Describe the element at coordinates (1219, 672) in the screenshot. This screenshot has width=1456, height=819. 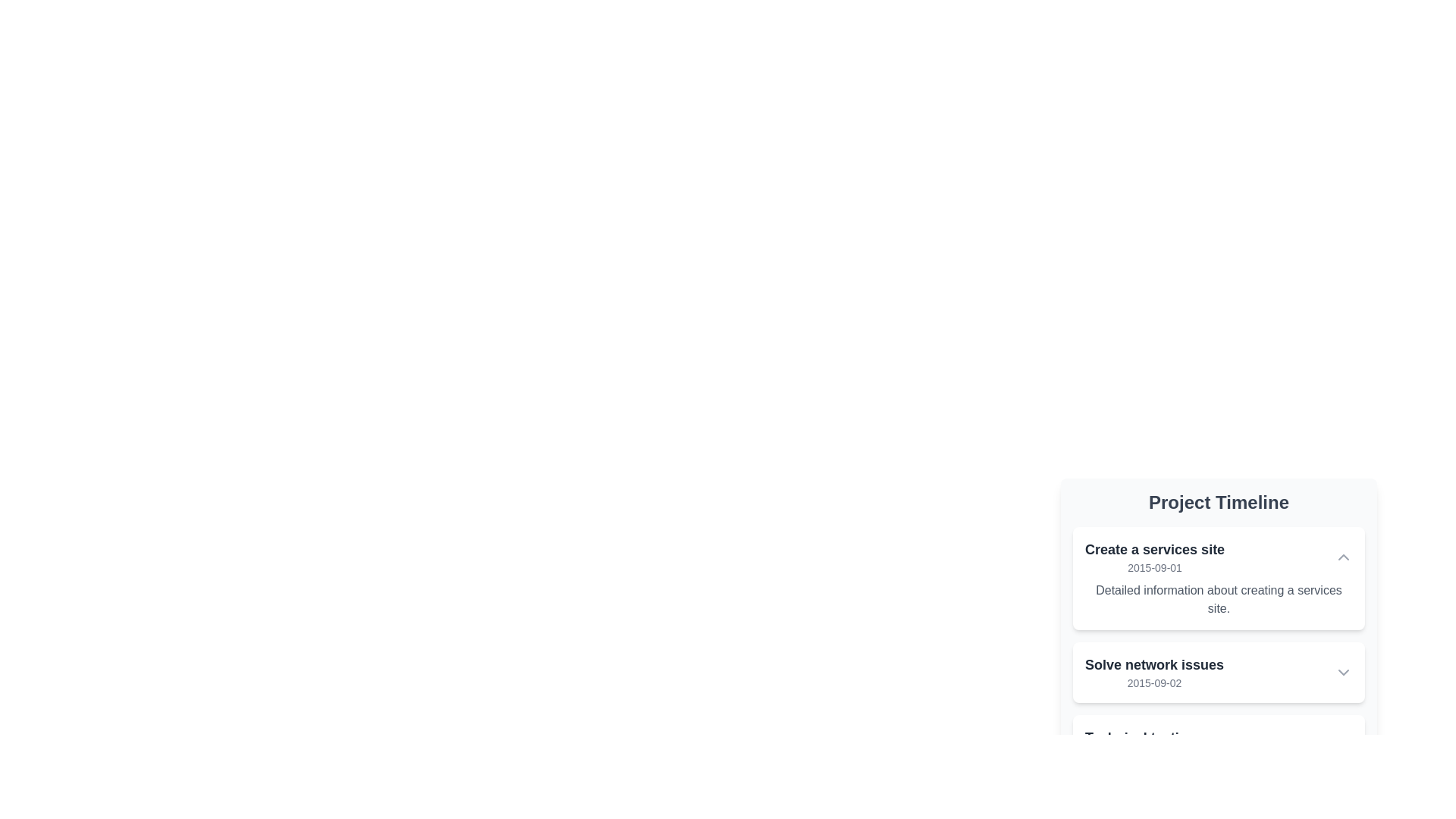
I see `the second Collapsible Card in the 'Project Timeline' section` at that location.